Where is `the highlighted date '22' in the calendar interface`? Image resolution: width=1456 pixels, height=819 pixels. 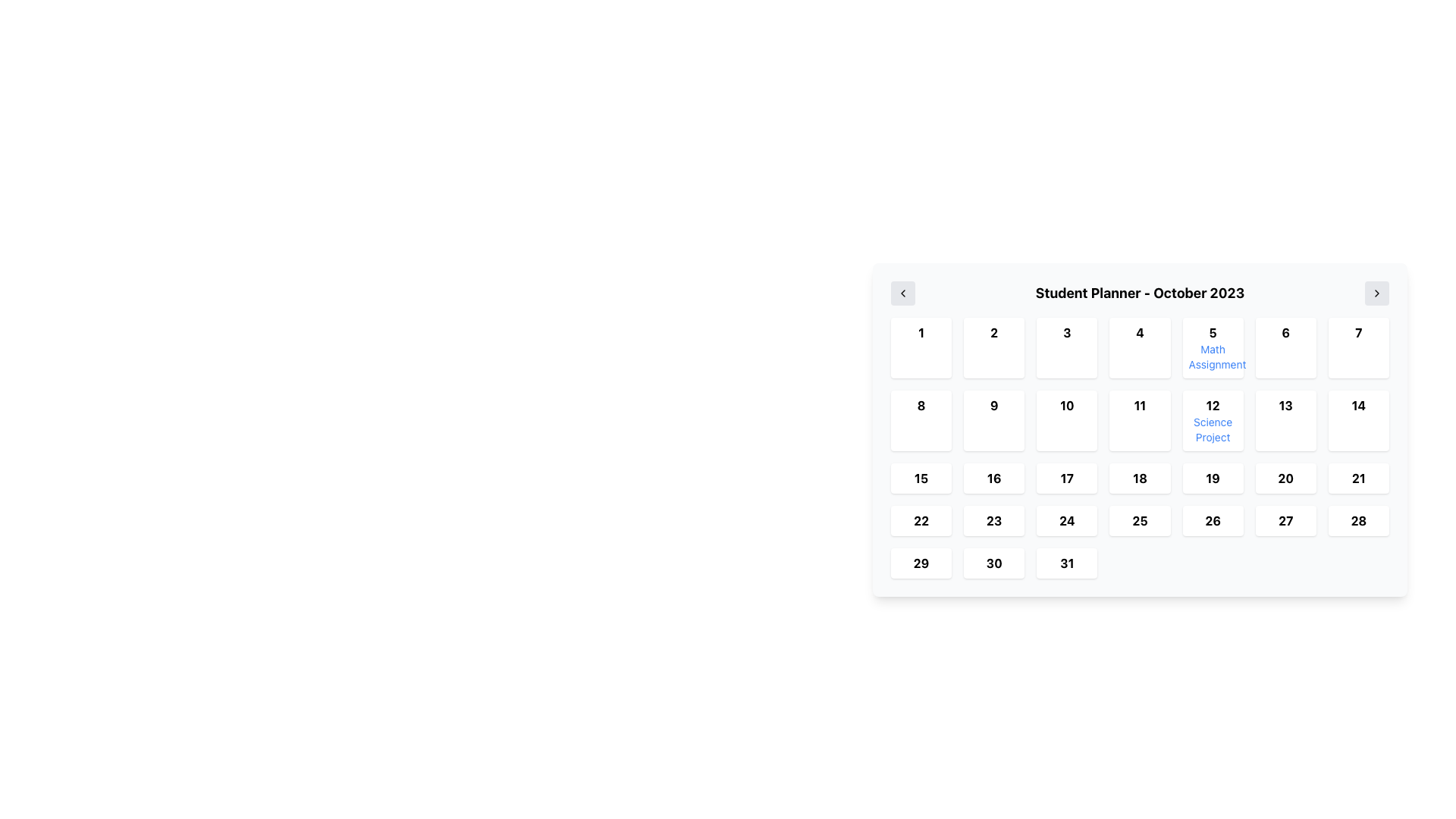 the highlighted date '22' in the calendar interface is located at coordinates (920, 519).